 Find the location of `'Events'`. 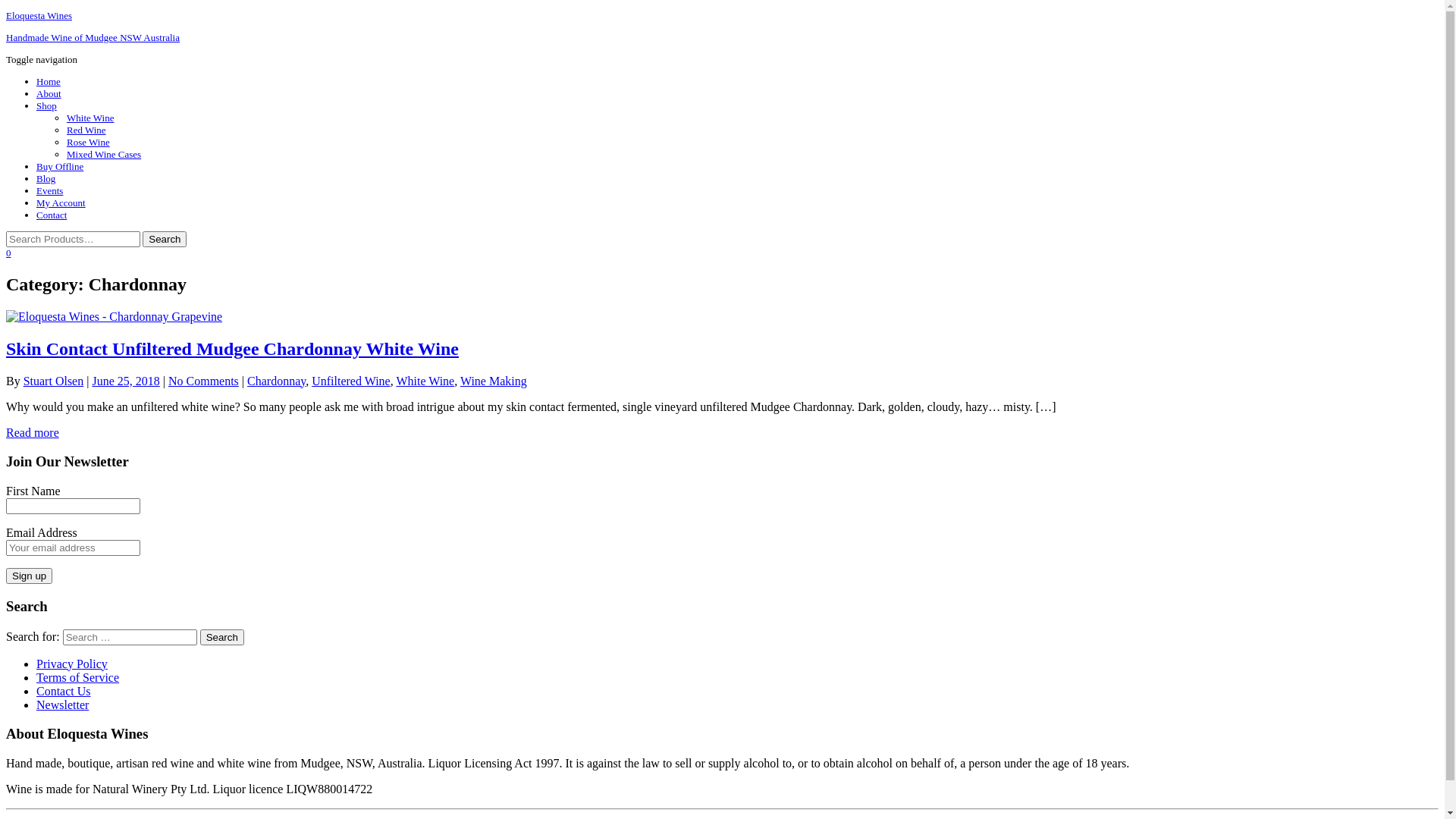

'Events' is located at coordinates (49, 190).